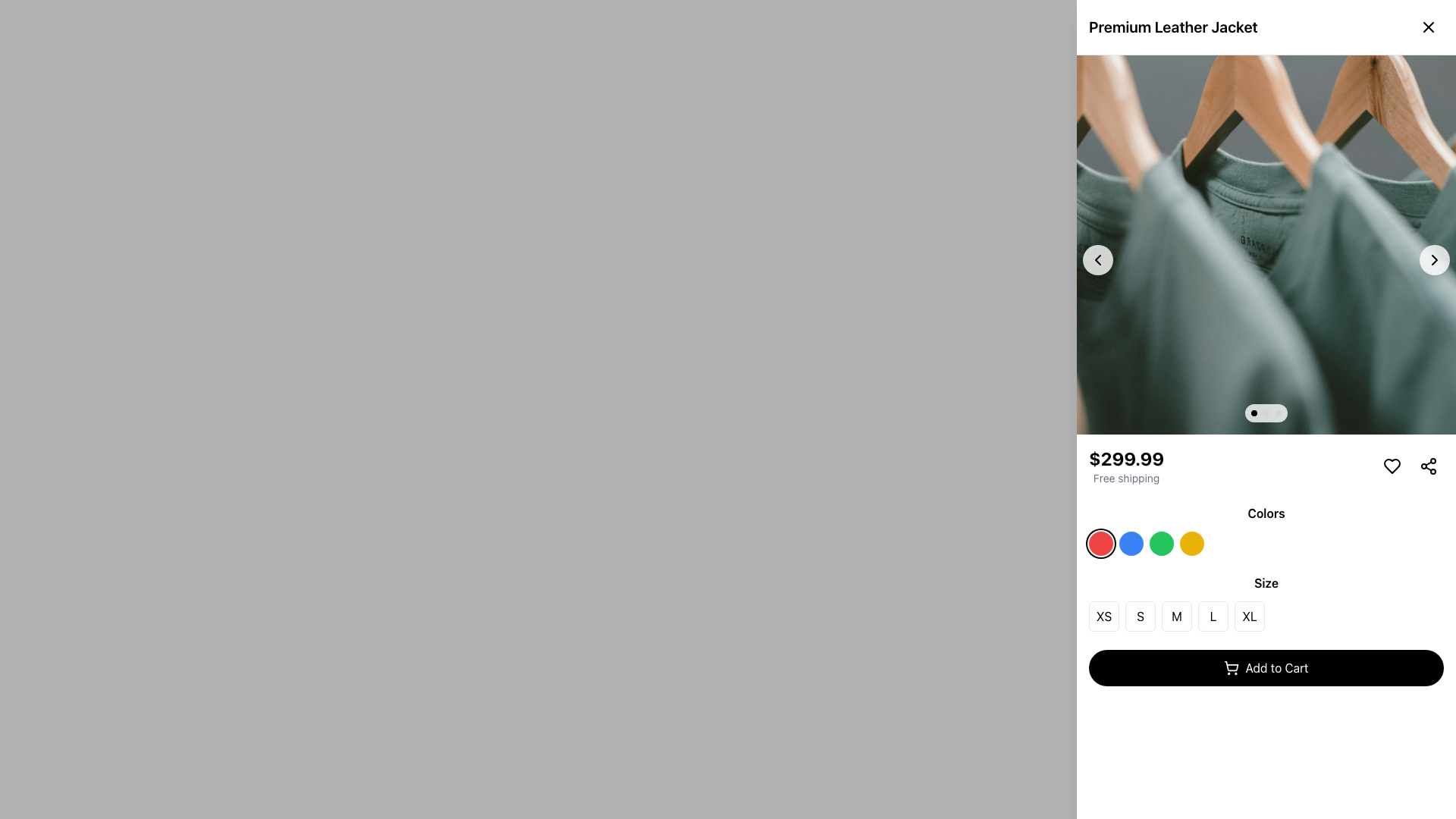 Image resolution: width=1456 pixels, height=819 pixels. Describe the element at coordinates (1126, 458) in the screenshot. I see `the price text label that displays the product price, which is located at the top of a text cluster beneath an image of green jackets` at that location.